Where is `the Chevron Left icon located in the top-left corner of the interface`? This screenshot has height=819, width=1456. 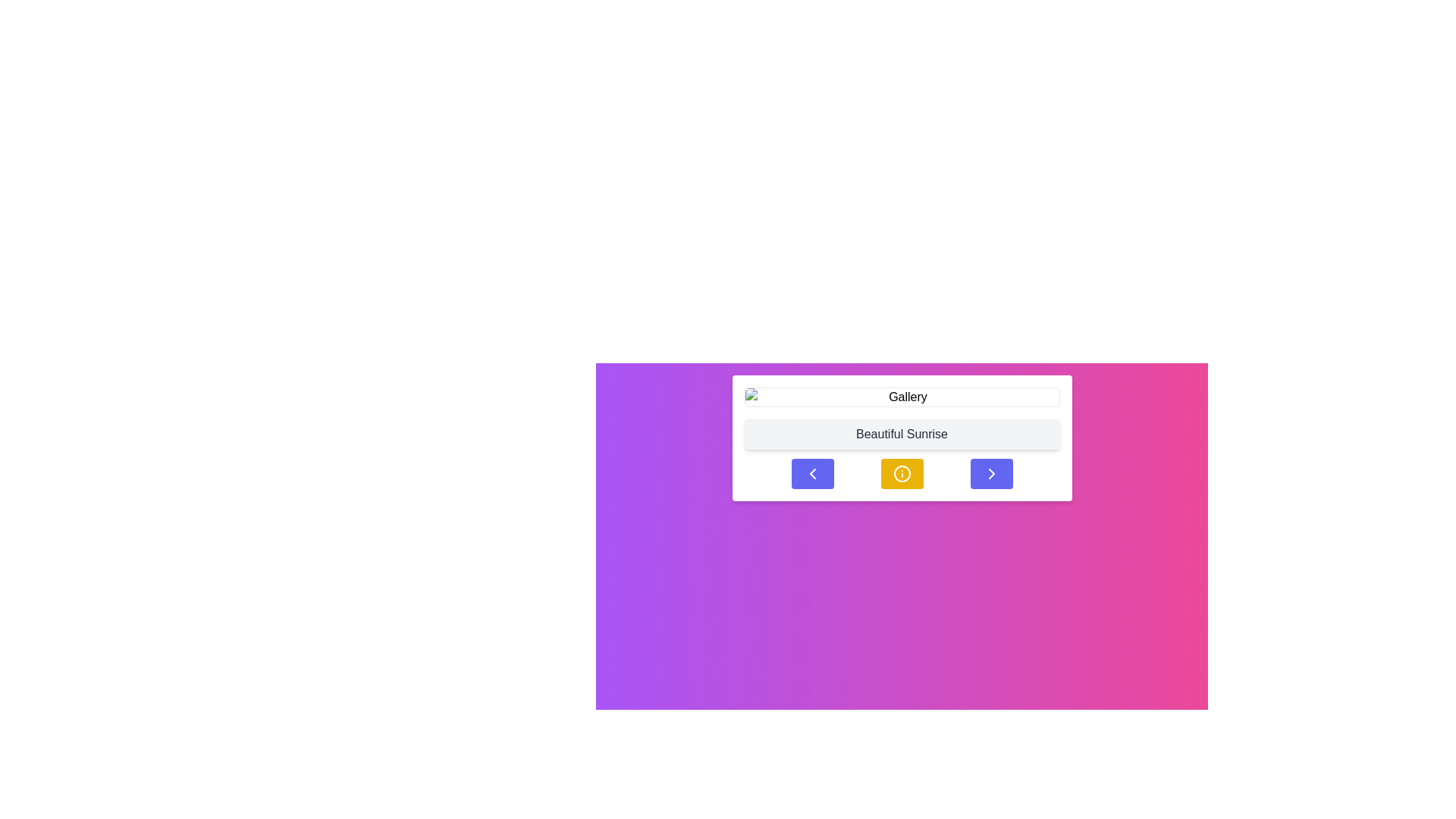
the Chevron Left icon located in the top-left corner of the interface is located at coordinates (811, 472).